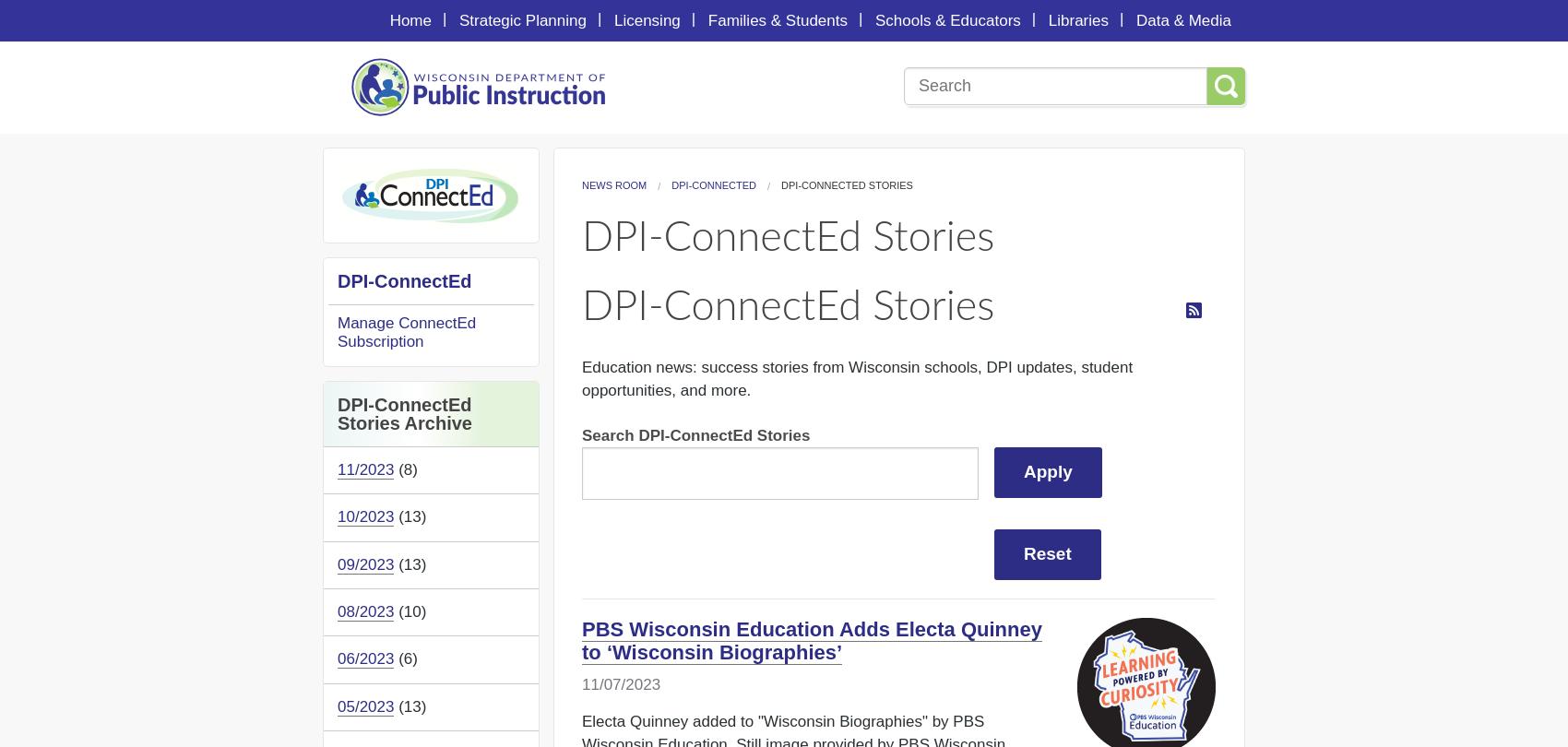 The width and height of the screenshot is (1568, 747). I want to click on '08/2023', so click(364, 610).